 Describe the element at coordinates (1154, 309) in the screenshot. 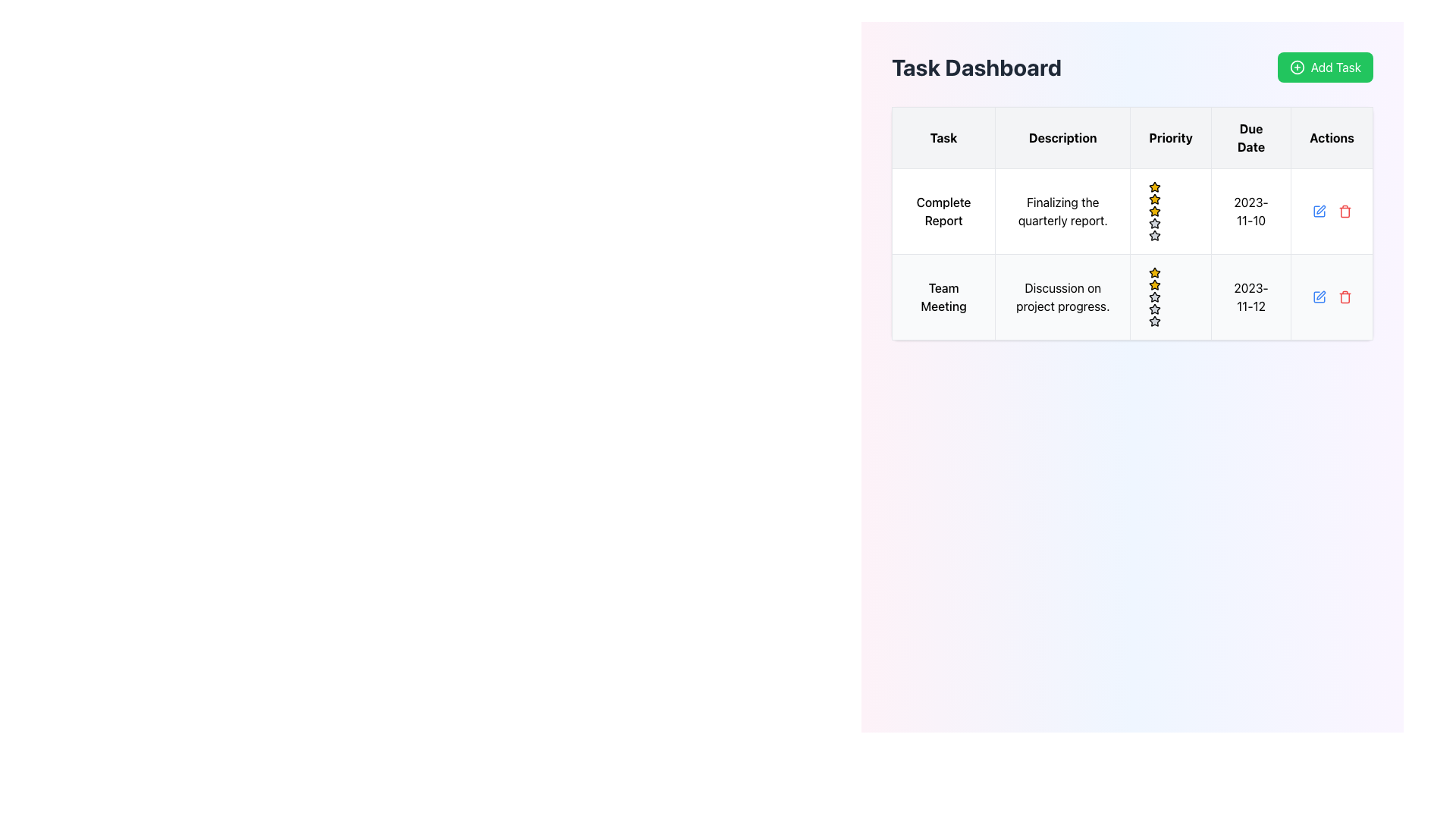

I see `the sixth star icon in the 'Priority' column of the 'Team Meeting' row in the 'Task Dashboard', which is a non-interactive visual indicator for task priority` at that location.